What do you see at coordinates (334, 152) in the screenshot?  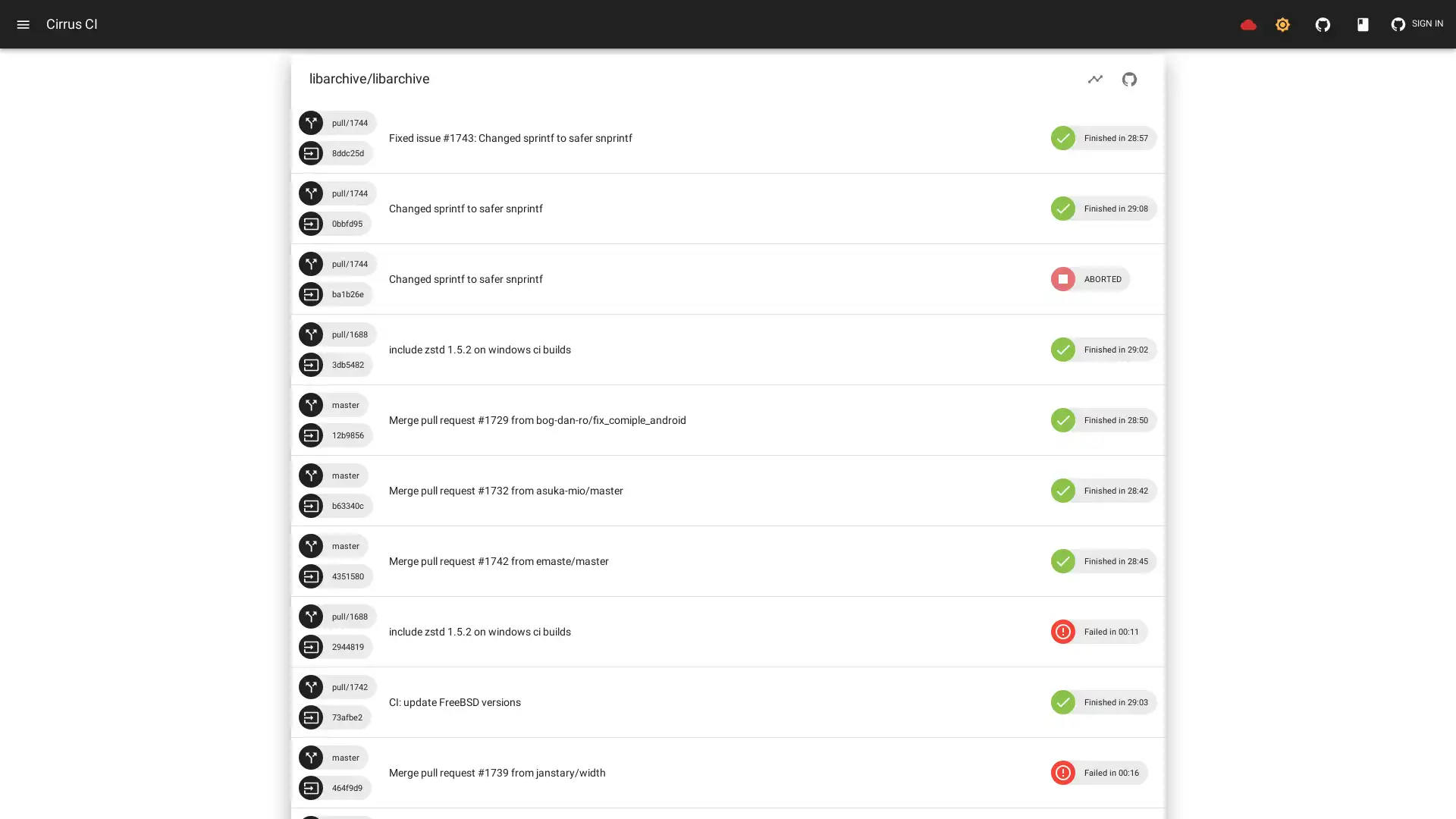 I see `8ddc25d` at bounding box center [334, 152].